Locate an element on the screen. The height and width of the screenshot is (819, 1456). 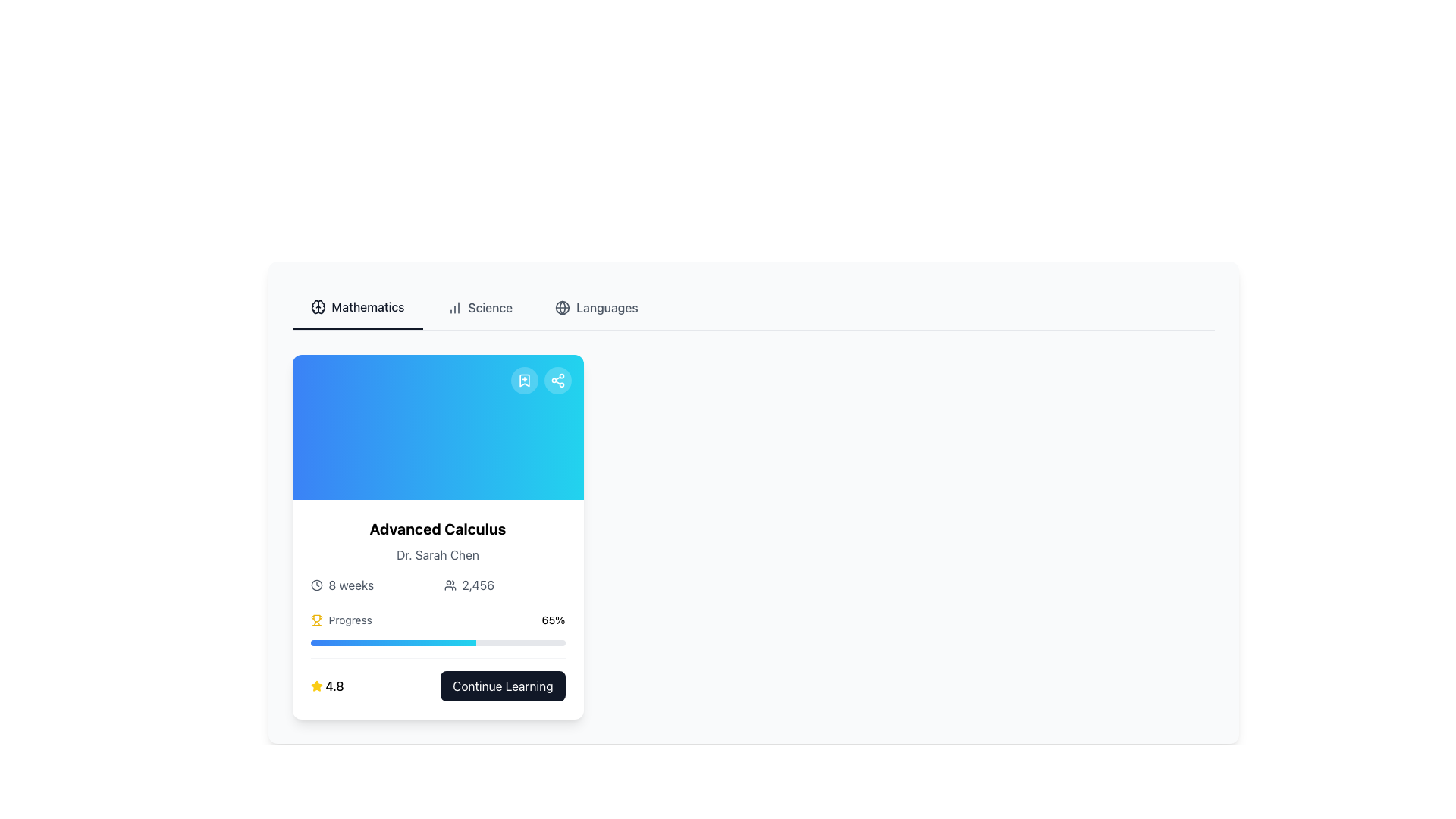
the minimalistic clock icon located to the left of the text '8 weeks' in the top-left corner of the card is located at coordinates (315, 584).